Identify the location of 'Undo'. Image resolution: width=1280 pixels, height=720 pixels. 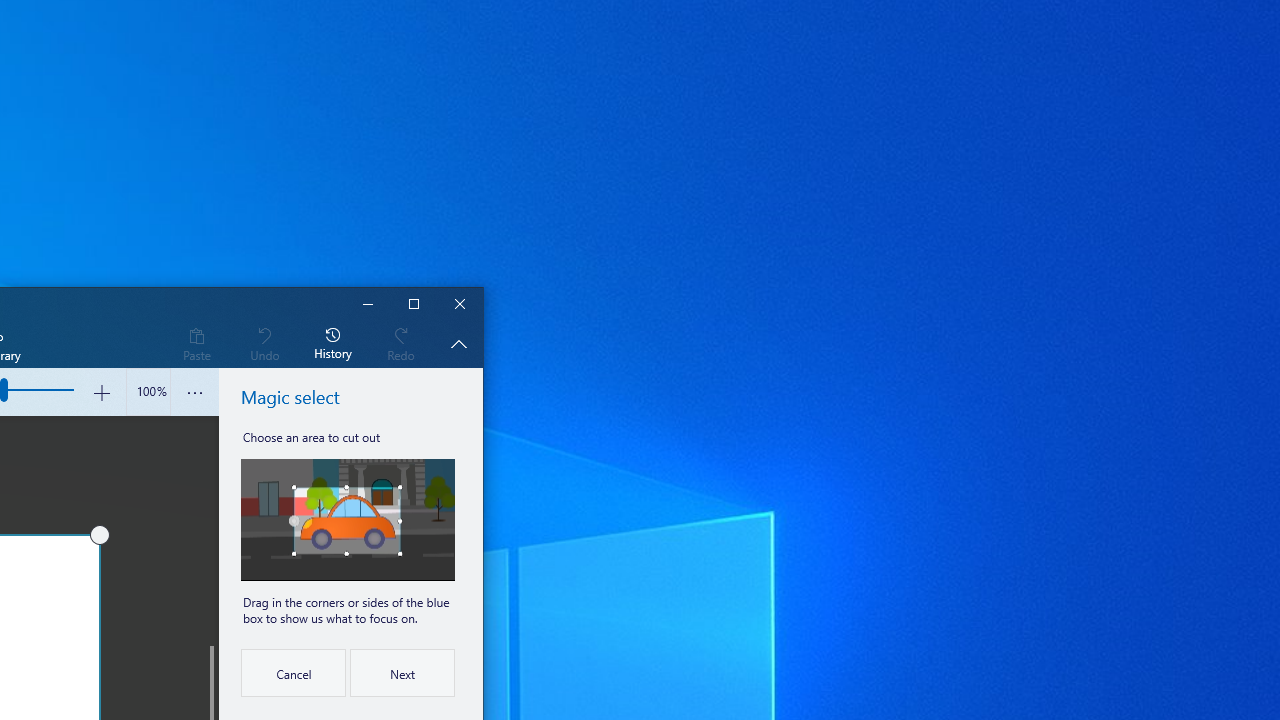
(263, 342).